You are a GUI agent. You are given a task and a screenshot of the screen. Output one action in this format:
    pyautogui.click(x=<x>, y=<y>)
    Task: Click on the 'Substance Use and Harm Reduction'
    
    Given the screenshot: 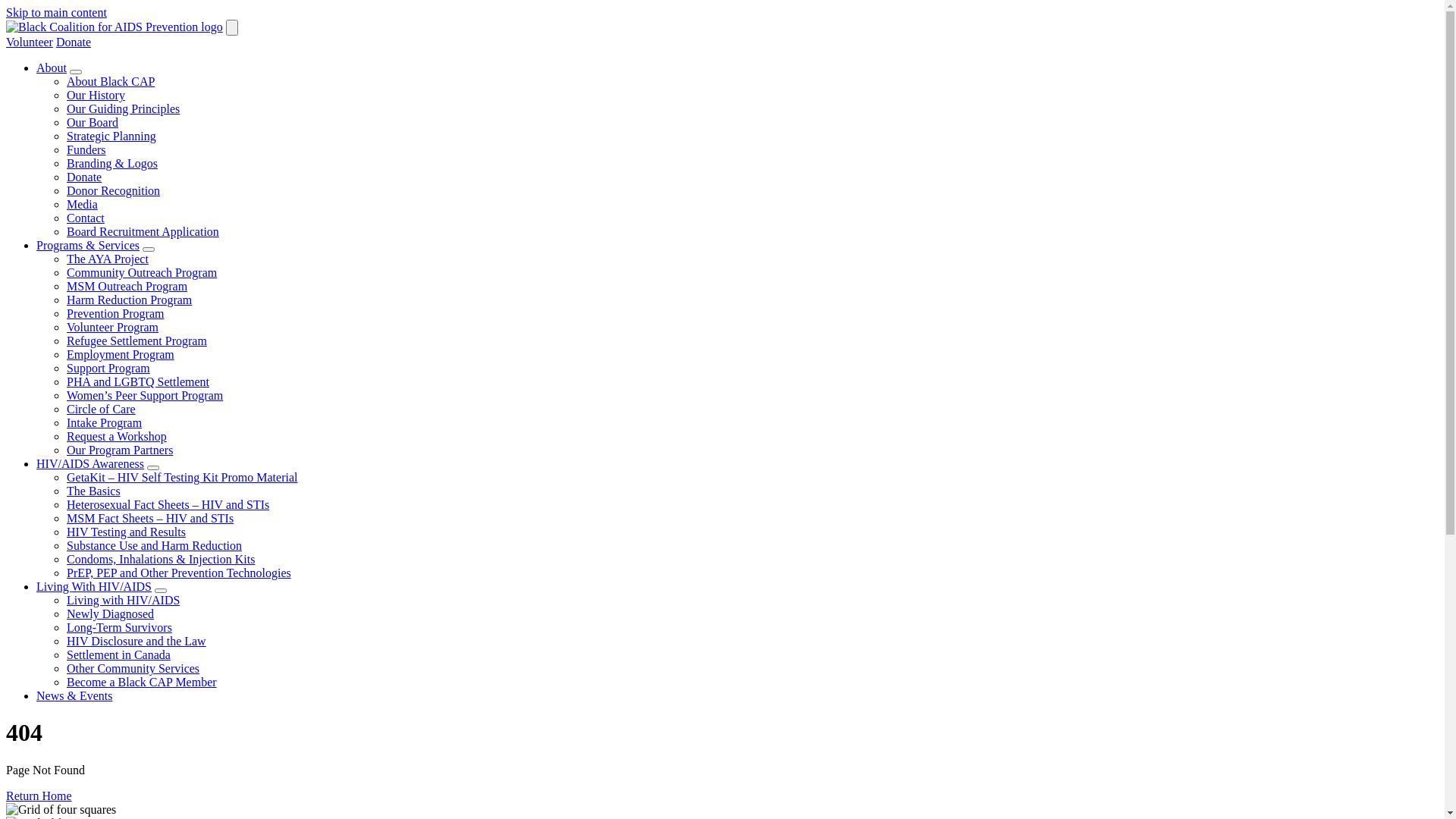 What is the action you would take?
    pyautogui.click(x=65, y=544)
    